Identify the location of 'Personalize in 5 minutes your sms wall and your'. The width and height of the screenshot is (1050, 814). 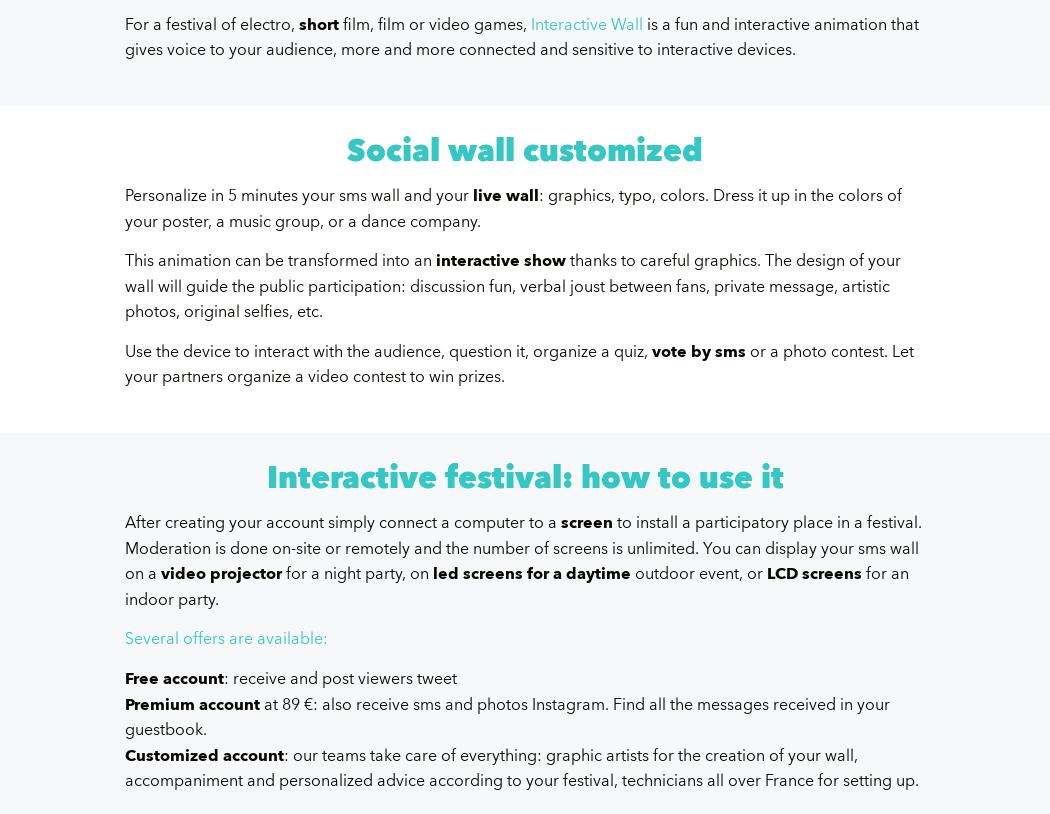
(298, 194).